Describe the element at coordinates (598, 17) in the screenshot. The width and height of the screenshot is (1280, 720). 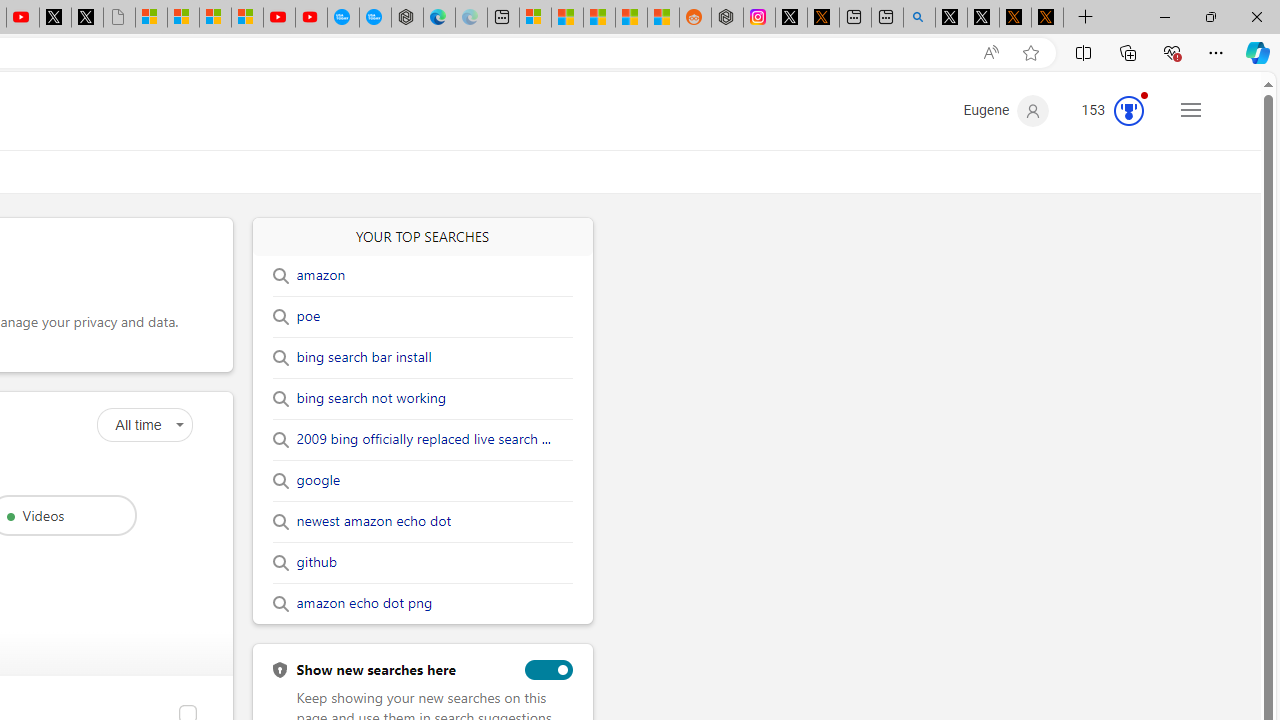
I see `'Shanghai, China hourly forecast | Microsoft Weather'` at that location.